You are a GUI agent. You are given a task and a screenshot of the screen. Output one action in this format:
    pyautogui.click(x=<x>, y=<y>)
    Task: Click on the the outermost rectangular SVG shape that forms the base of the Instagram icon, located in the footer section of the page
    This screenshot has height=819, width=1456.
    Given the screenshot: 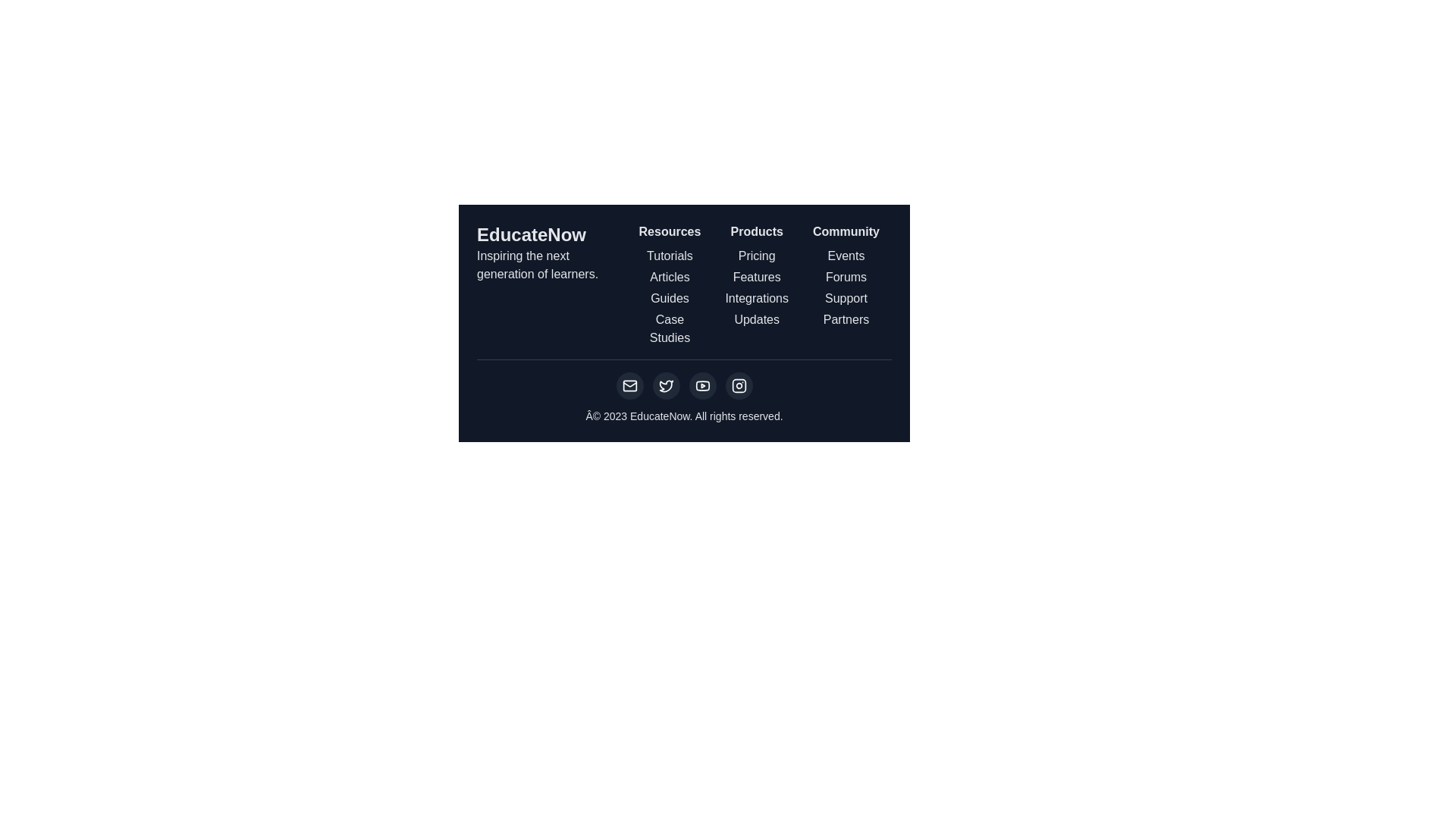 What is the action you would take?
    pyautogui.click(x=739, y=385)
    